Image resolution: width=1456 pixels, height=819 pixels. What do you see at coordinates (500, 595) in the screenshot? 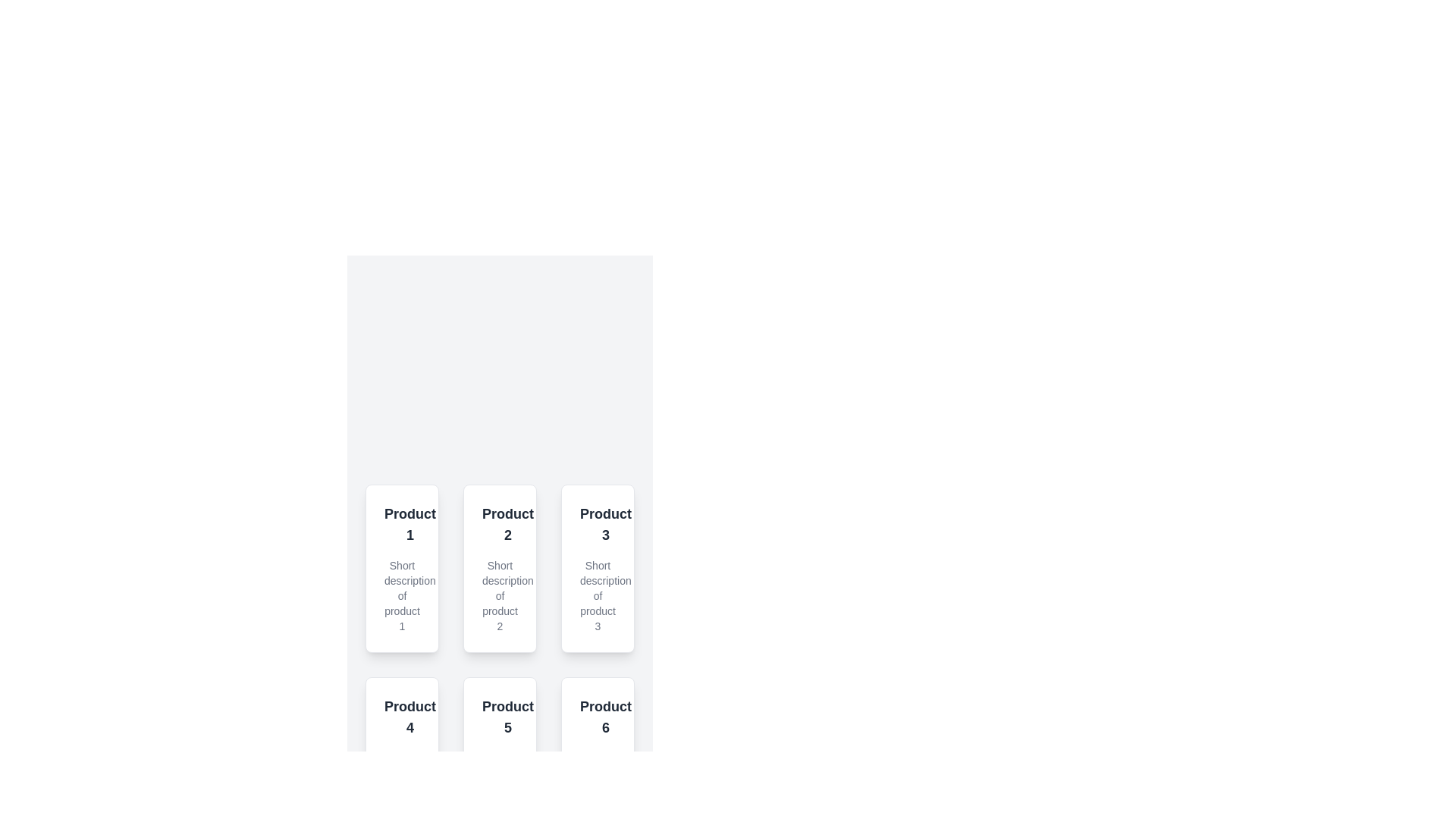
I see `the text label that displays 'Short description of product 2', which is styled in gray and smaller font size, located below the main title for 'Product 2'` at bounding box center [500, 595].